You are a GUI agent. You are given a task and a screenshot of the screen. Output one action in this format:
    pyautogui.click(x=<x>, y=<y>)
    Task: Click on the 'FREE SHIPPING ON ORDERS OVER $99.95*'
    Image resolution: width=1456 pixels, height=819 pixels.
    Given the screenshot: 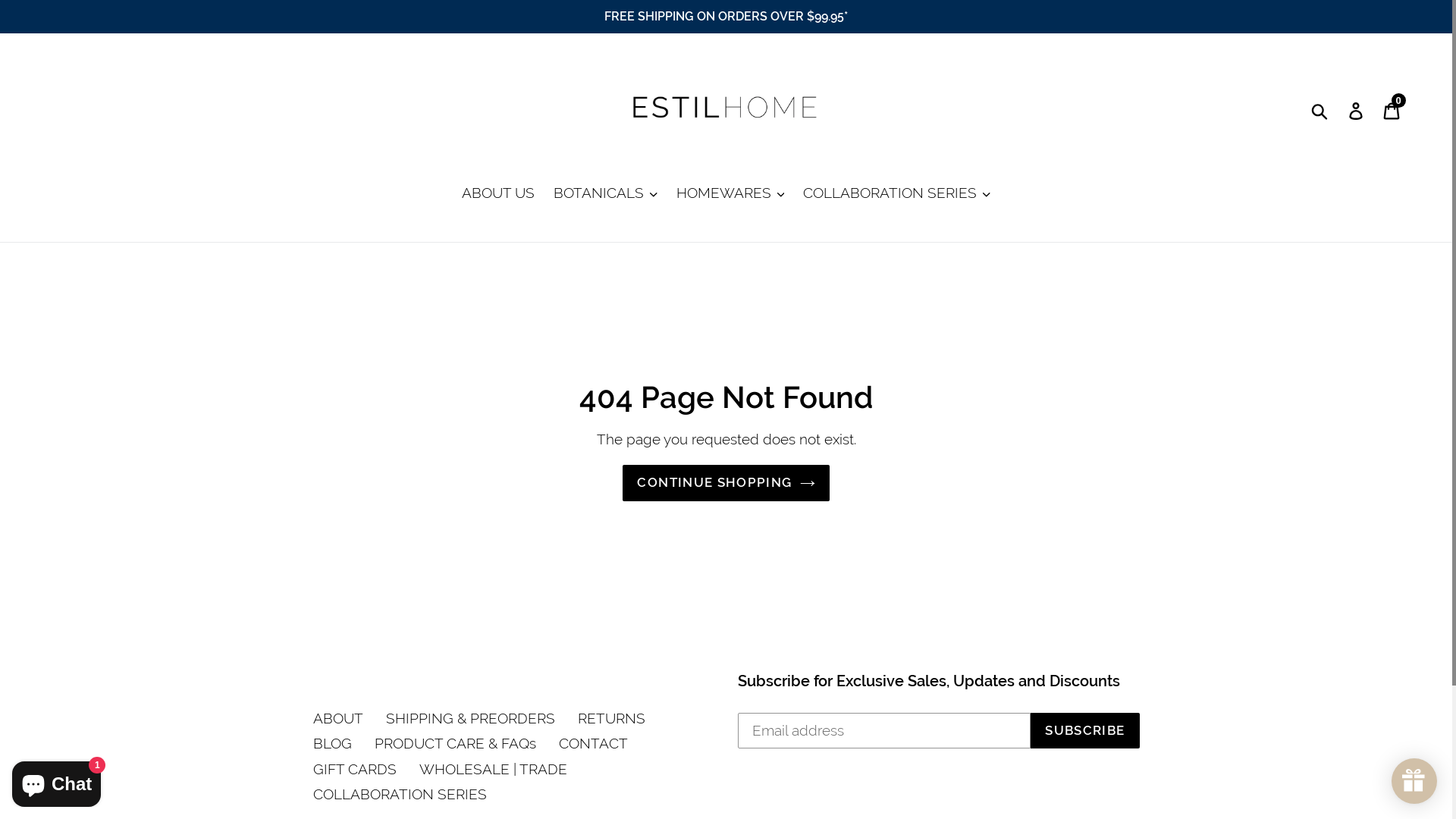 What is the action you would take?
    pyautogui.click(x=725, y=17)
    